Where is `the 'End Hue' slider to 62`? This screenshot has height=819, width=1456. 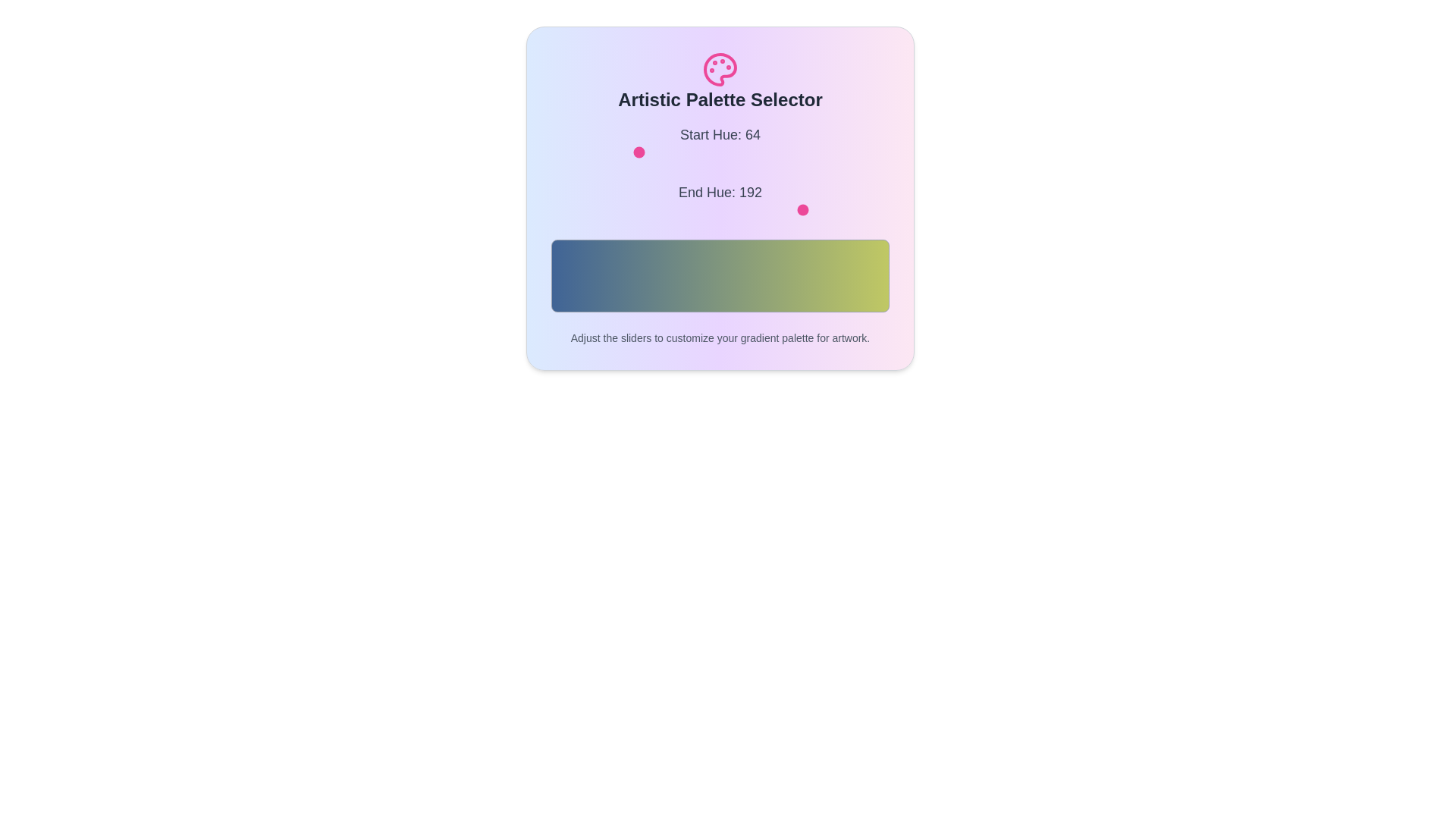
the 'End Hue' slider to 62 is located at coordinates (633, 210).